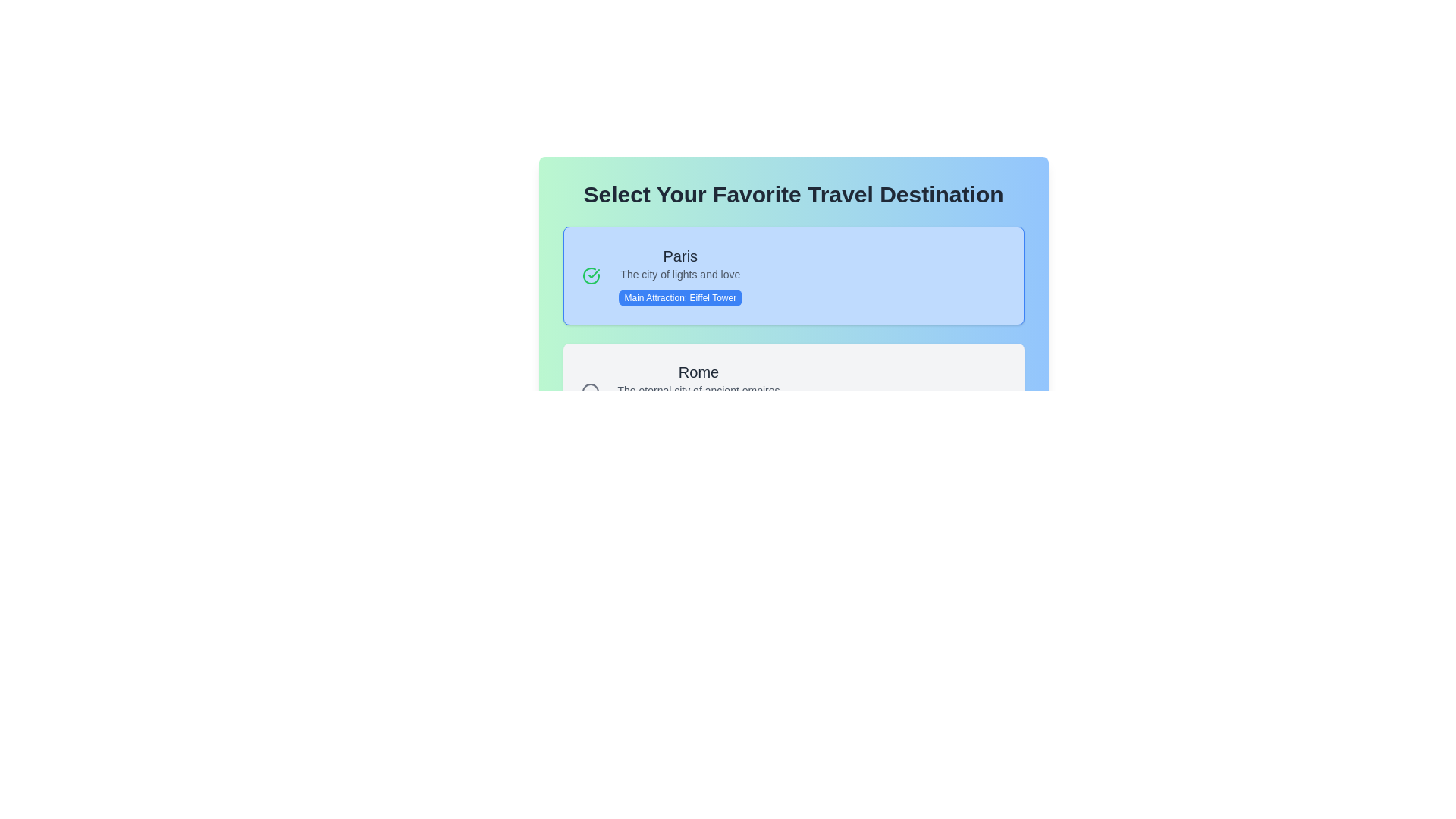 This screenshot has width=1456, height=819. Describe the element at coordinates (679, 275) in the screenshot. I see `the non-interactive Text Label that provides supplementary information for the travel destination 'Paris', located below the heading 'Paris' and above the button labeled 'Main attraction: Eiffel Tower'` at that location.